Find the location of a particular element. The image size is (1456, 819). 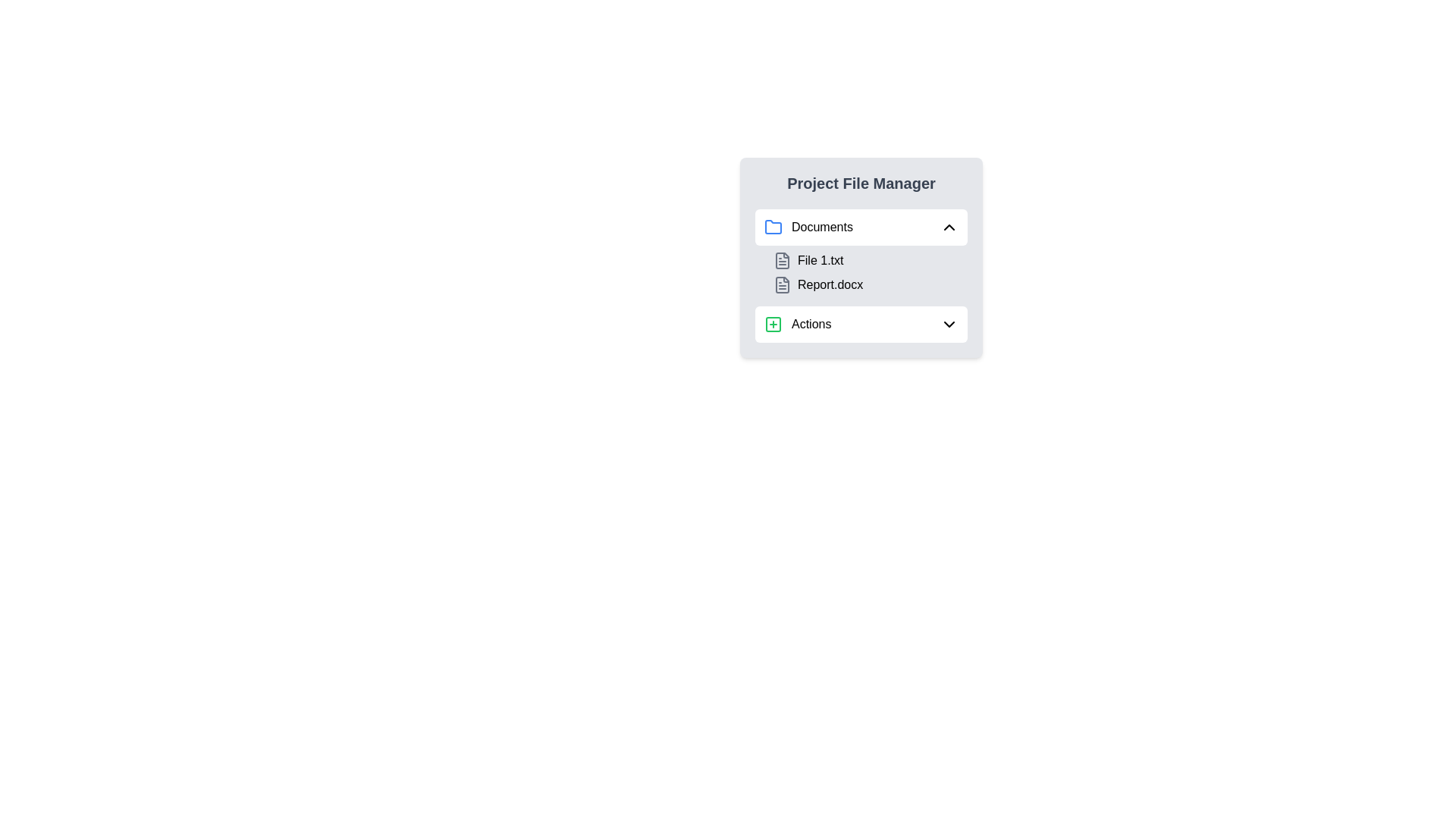

the folder icon located in the 'Documents' group, which is the first item before the 'Documents' text label is located at coordinates (773, 227).